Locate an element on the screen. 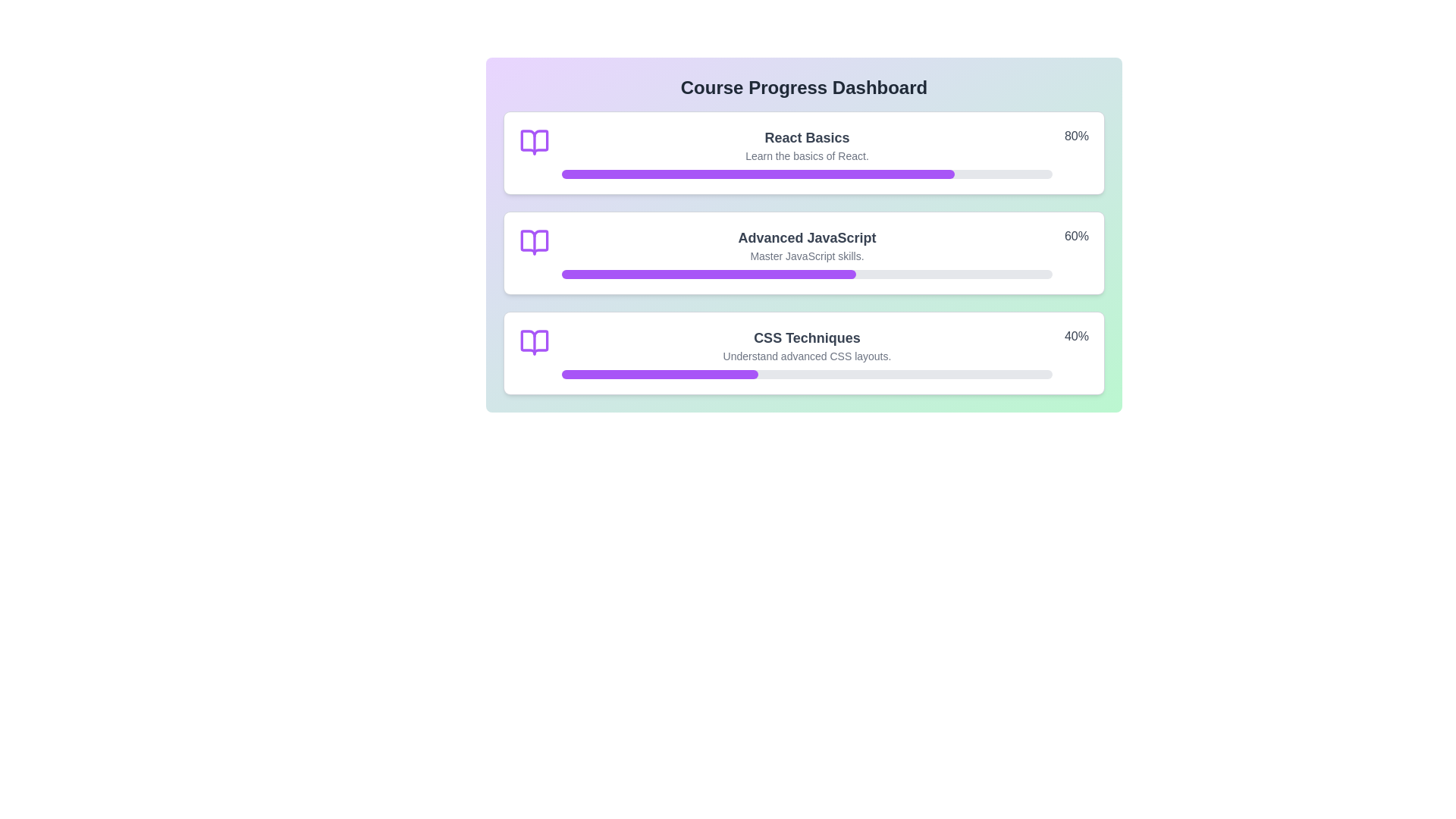 The height and width of the screenshot is (819, 1456). the progress indicator text label located at the right end of the third progress bar titled 'CSS Techniques' in the 'Course Progress Dashboard' is located at coordinates (1076, 337).